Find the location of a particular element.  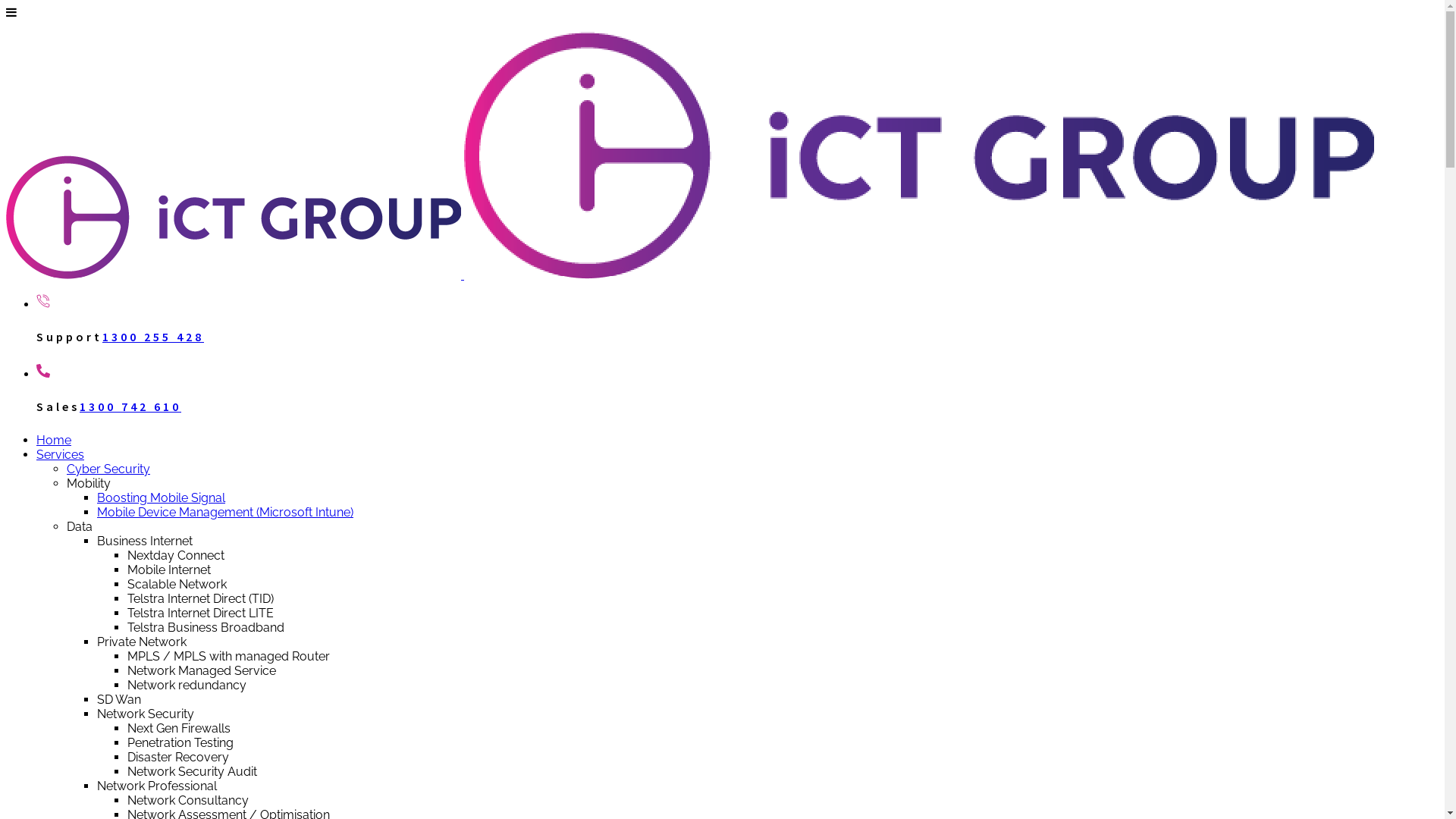

'Network Professional' is located at coordinates (156, 785).